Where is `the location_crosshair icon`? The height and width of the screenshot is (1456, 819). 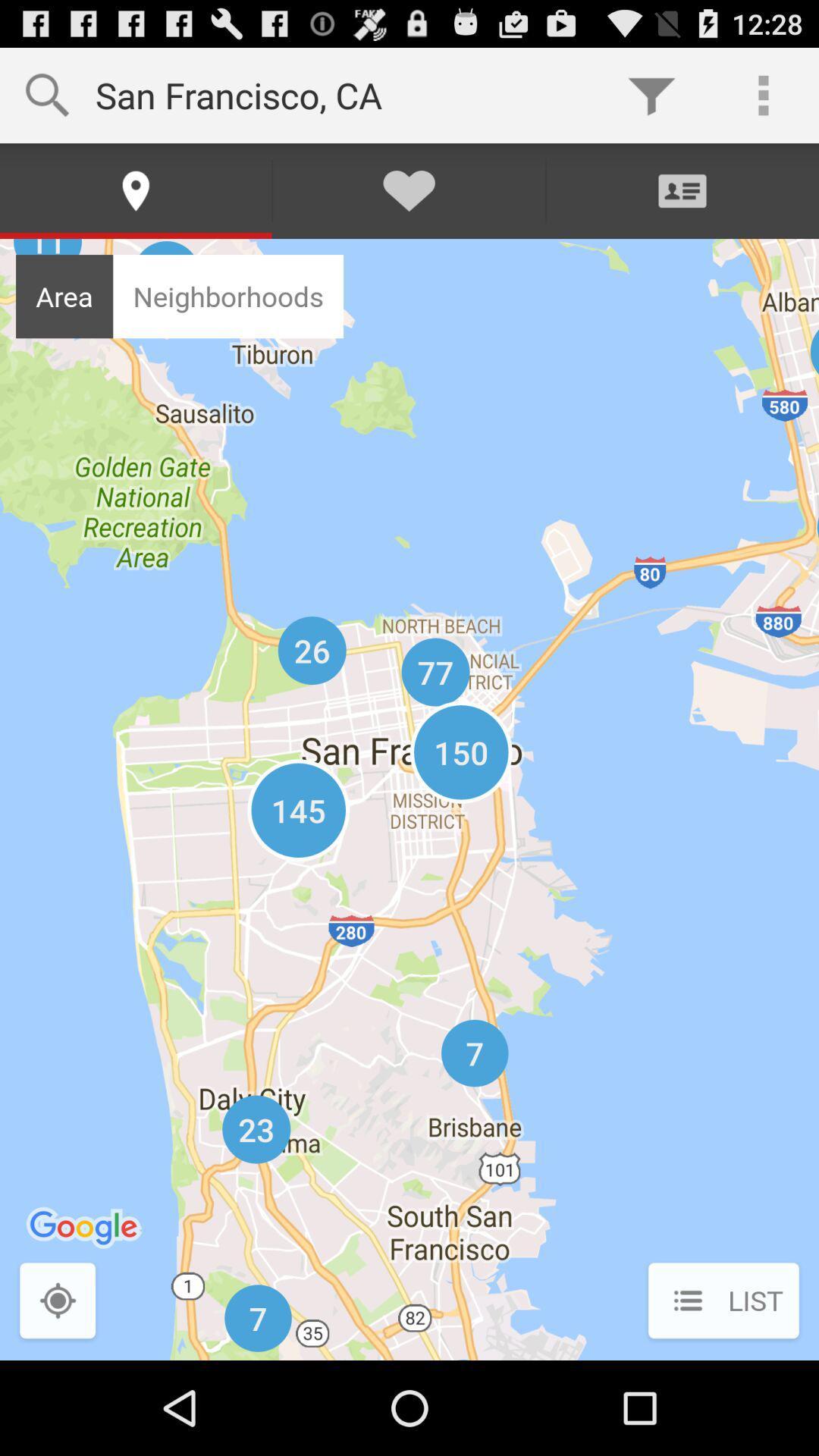 the location_crosshair icon is located at coordinates (57, 1394).